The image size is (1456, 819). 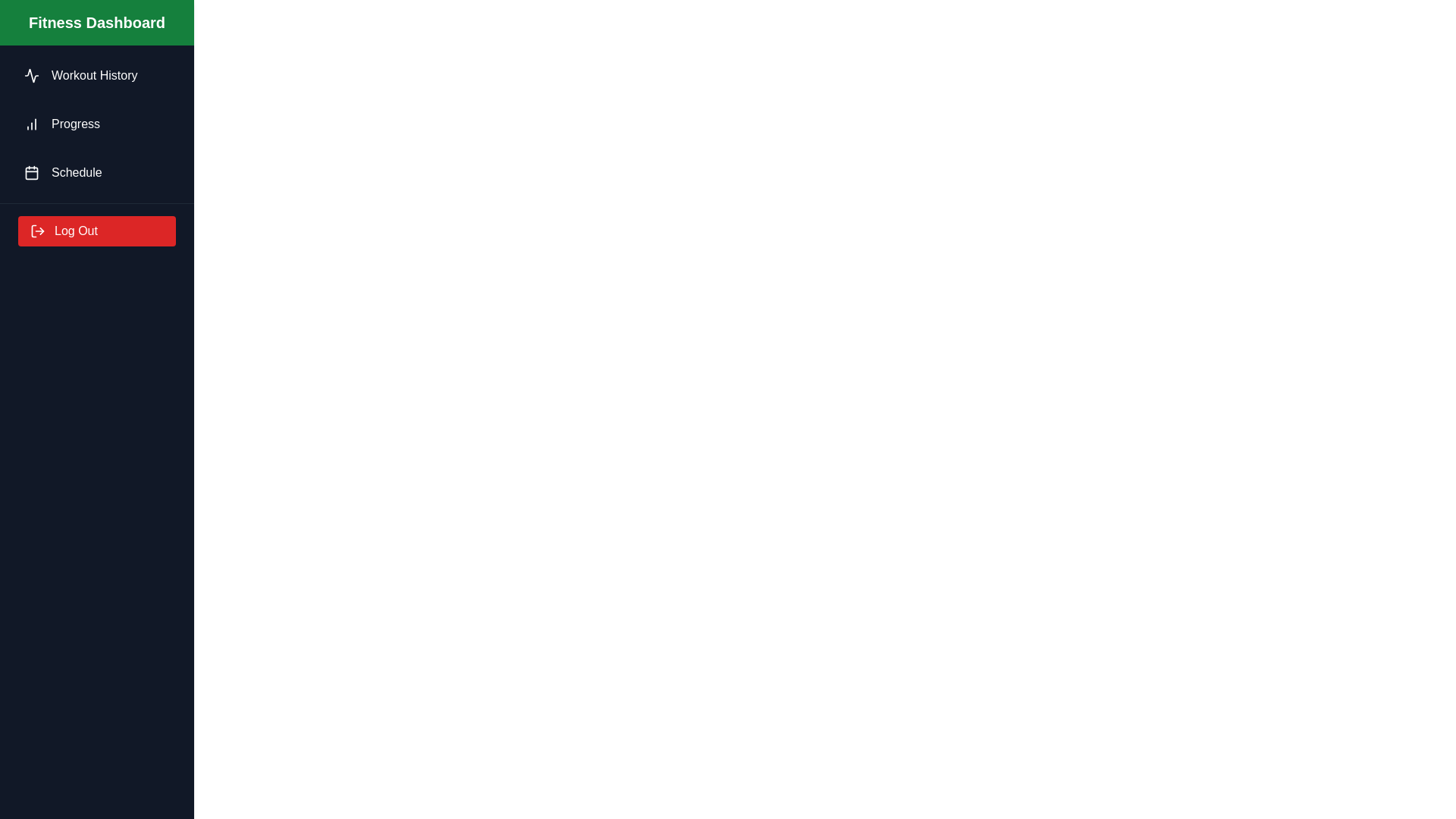 I want to click on the title or header text display located at the top of the left-hand navigation panel, which indicates the purpose of the dashboard, so click(x=96, y=23).